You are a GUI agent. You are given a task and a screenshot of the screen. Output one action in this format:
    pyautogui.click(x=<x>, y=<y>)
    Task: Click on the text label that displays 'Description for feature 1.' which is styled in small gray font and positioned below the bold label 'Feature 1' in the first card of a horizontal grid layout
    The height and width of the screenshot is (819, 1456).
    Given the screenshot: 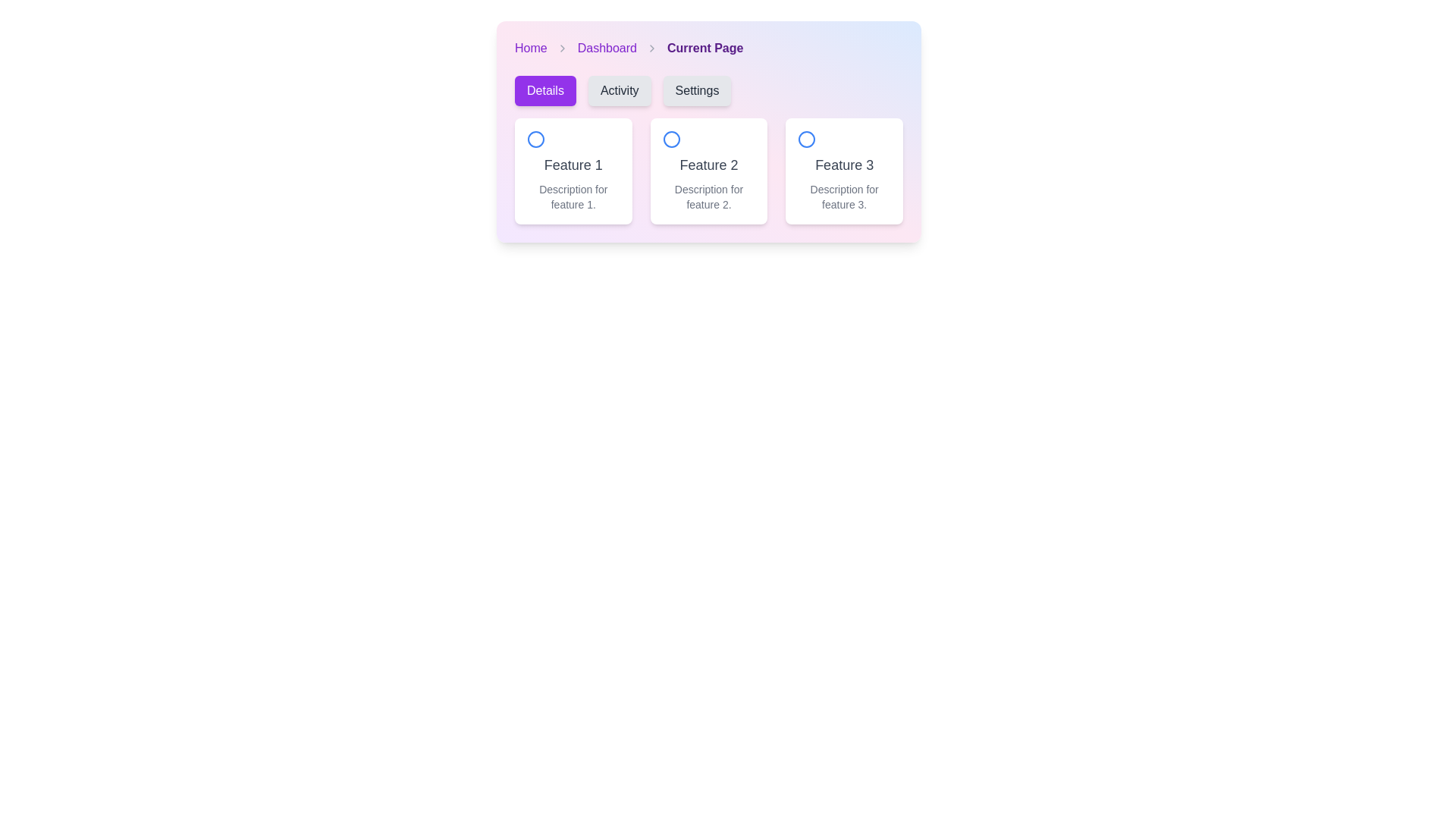 What is the action you would take?
    pyautogui.click(x=573, y=196)
    